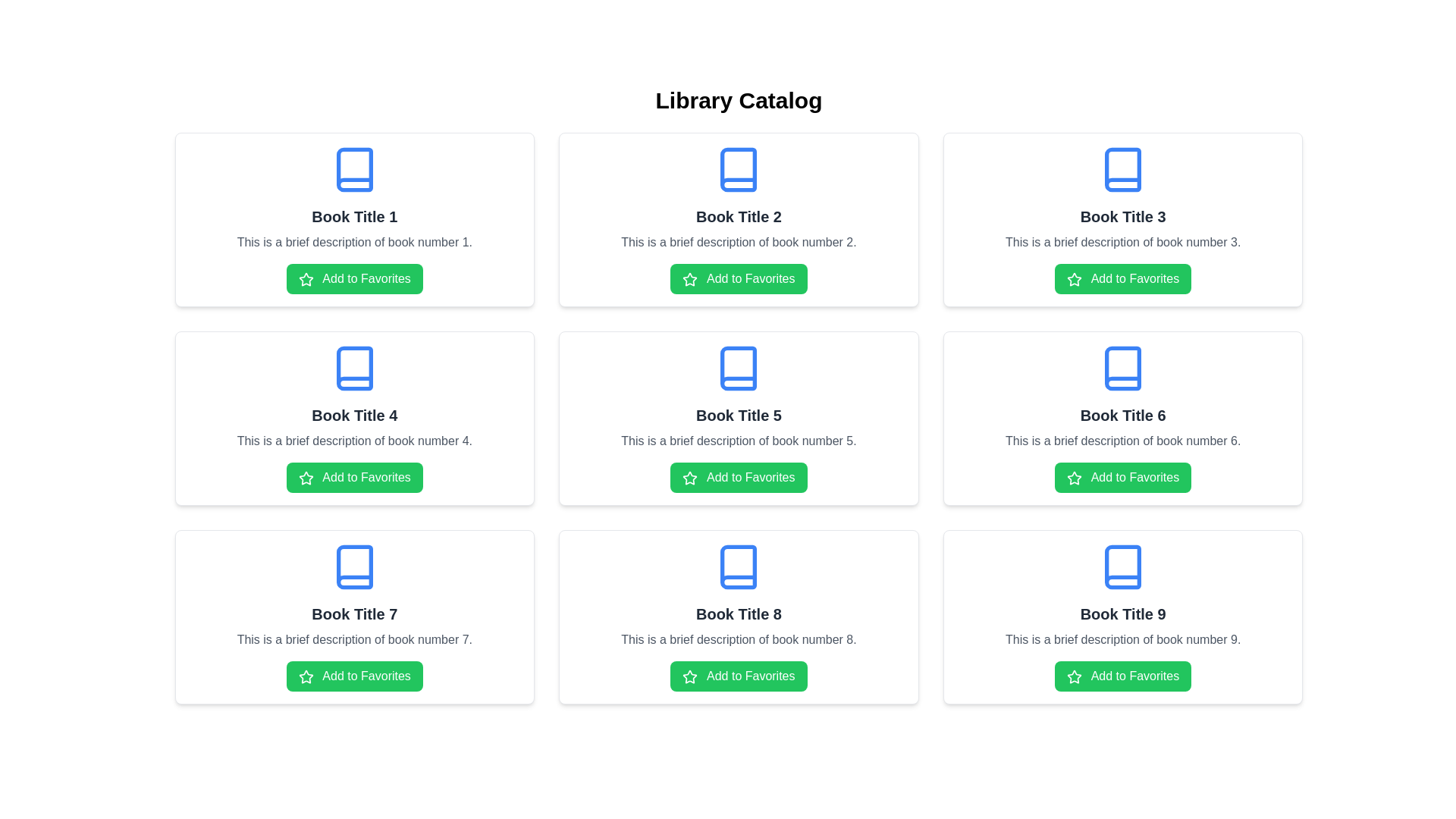 The image size is (1456, 819). I want to click on the star icon representing the 'Add to Favorites' action located within the button labeled 'Add to Favorites' for 'Book Title 6', so click(1074, 478).